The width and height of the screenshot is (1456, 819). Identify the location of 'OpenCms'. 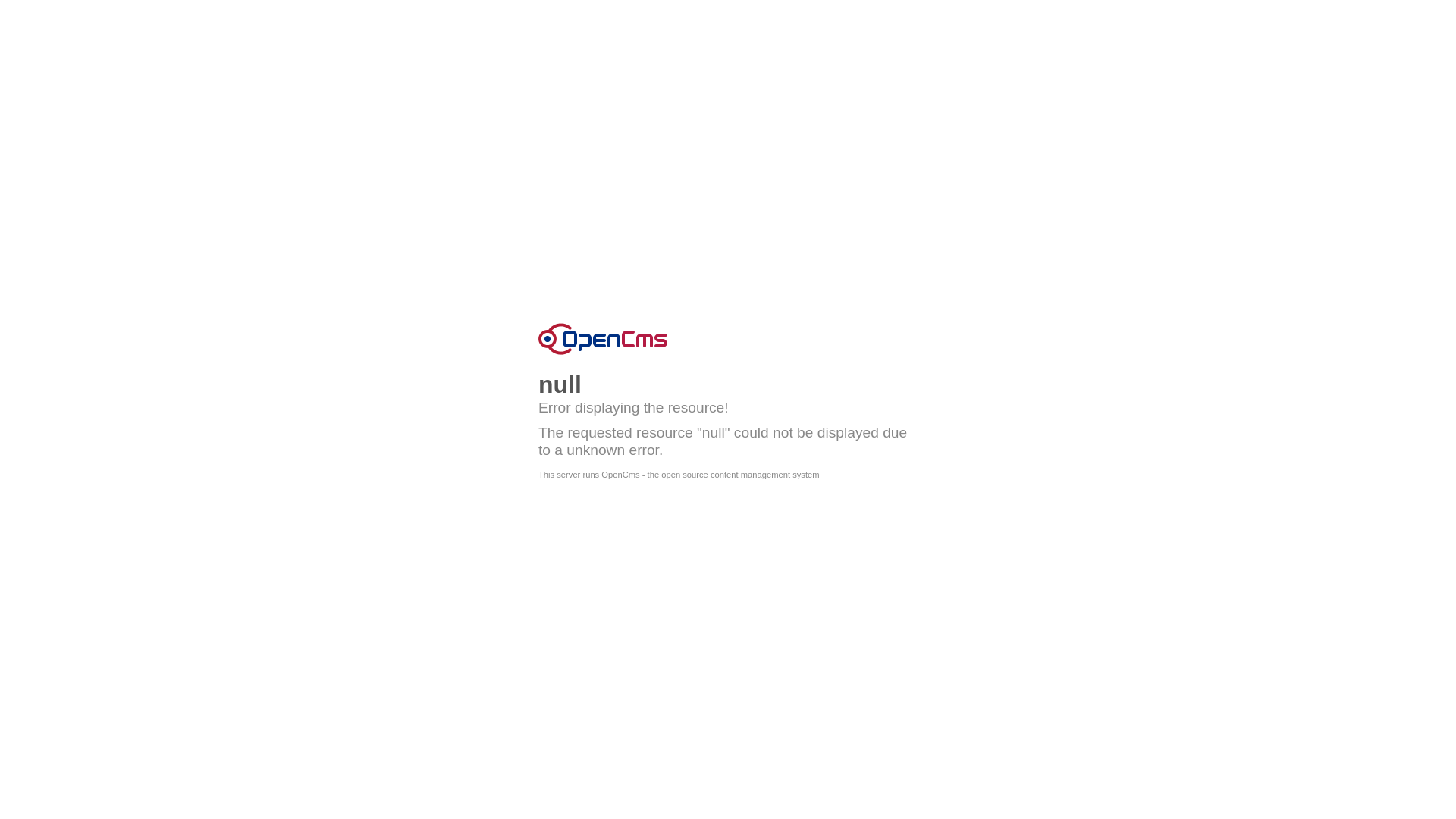
(602, 338).